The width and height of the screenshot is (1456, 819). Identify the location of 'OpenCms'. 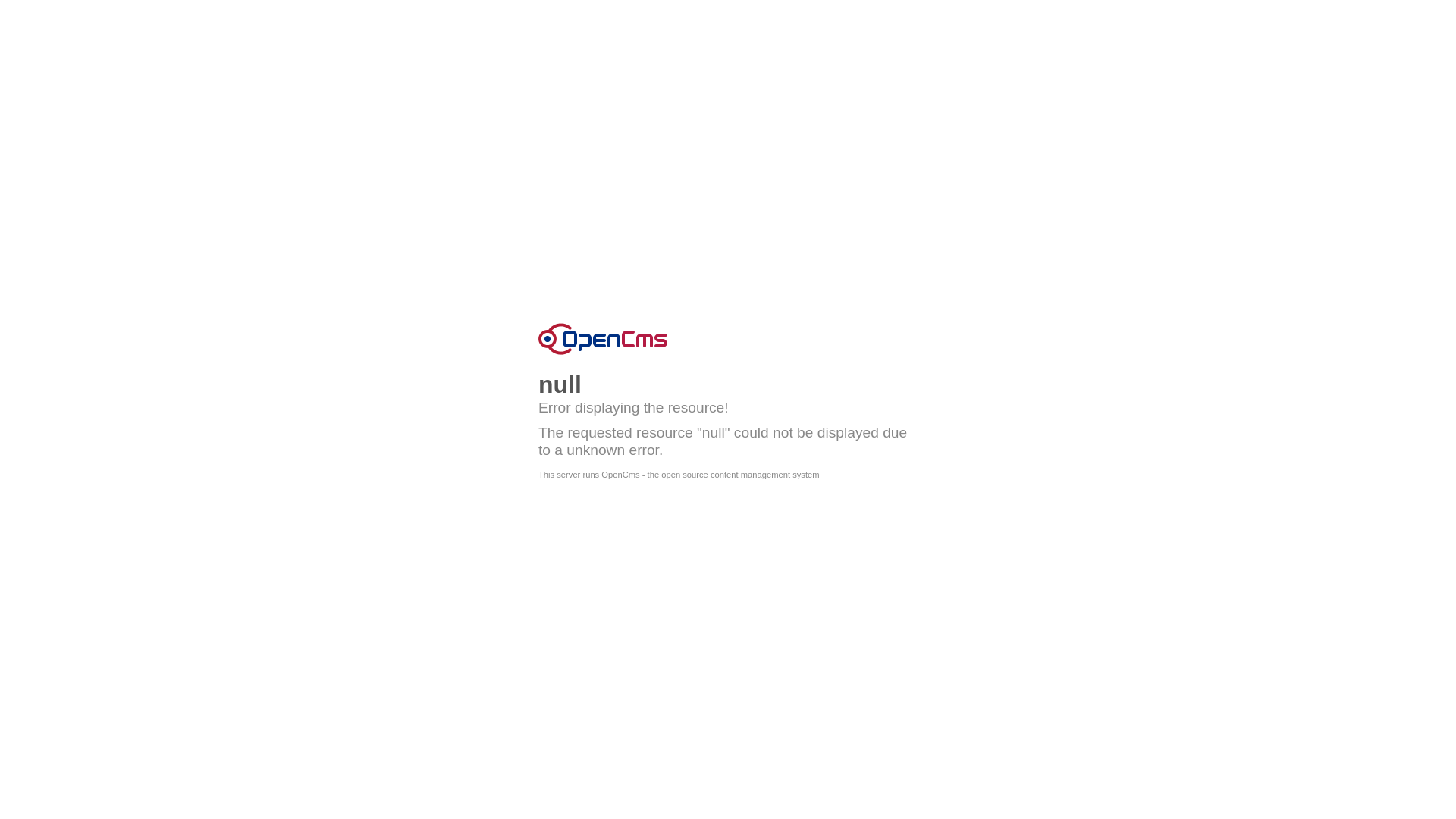
(602, 338).